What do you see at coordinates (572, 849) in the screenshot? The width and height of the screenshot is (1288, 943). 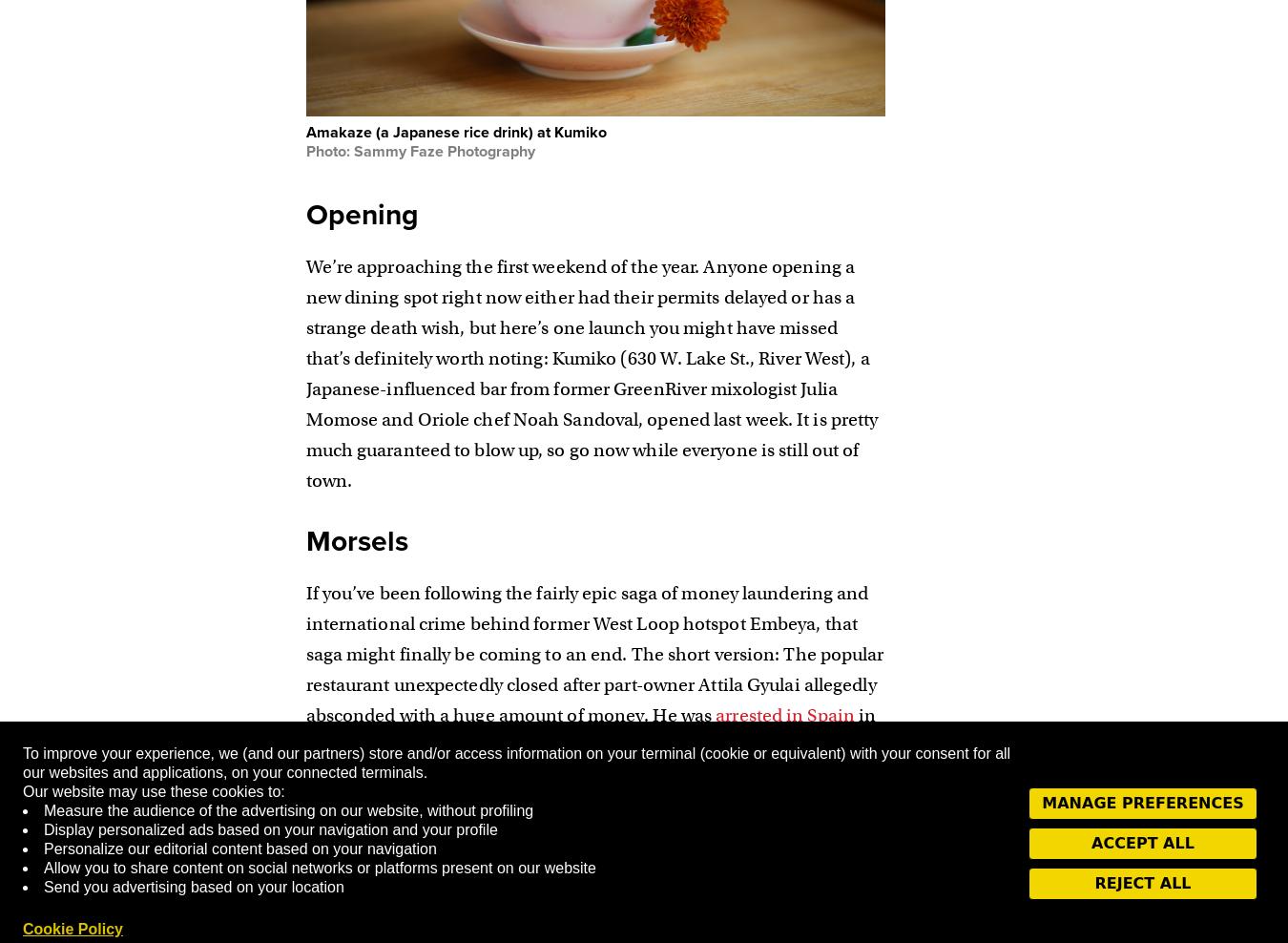 I see `'Every year, Eater Chicago pulls in year-end opinions from notable writers around town to'` at bounding box center [572, 849].